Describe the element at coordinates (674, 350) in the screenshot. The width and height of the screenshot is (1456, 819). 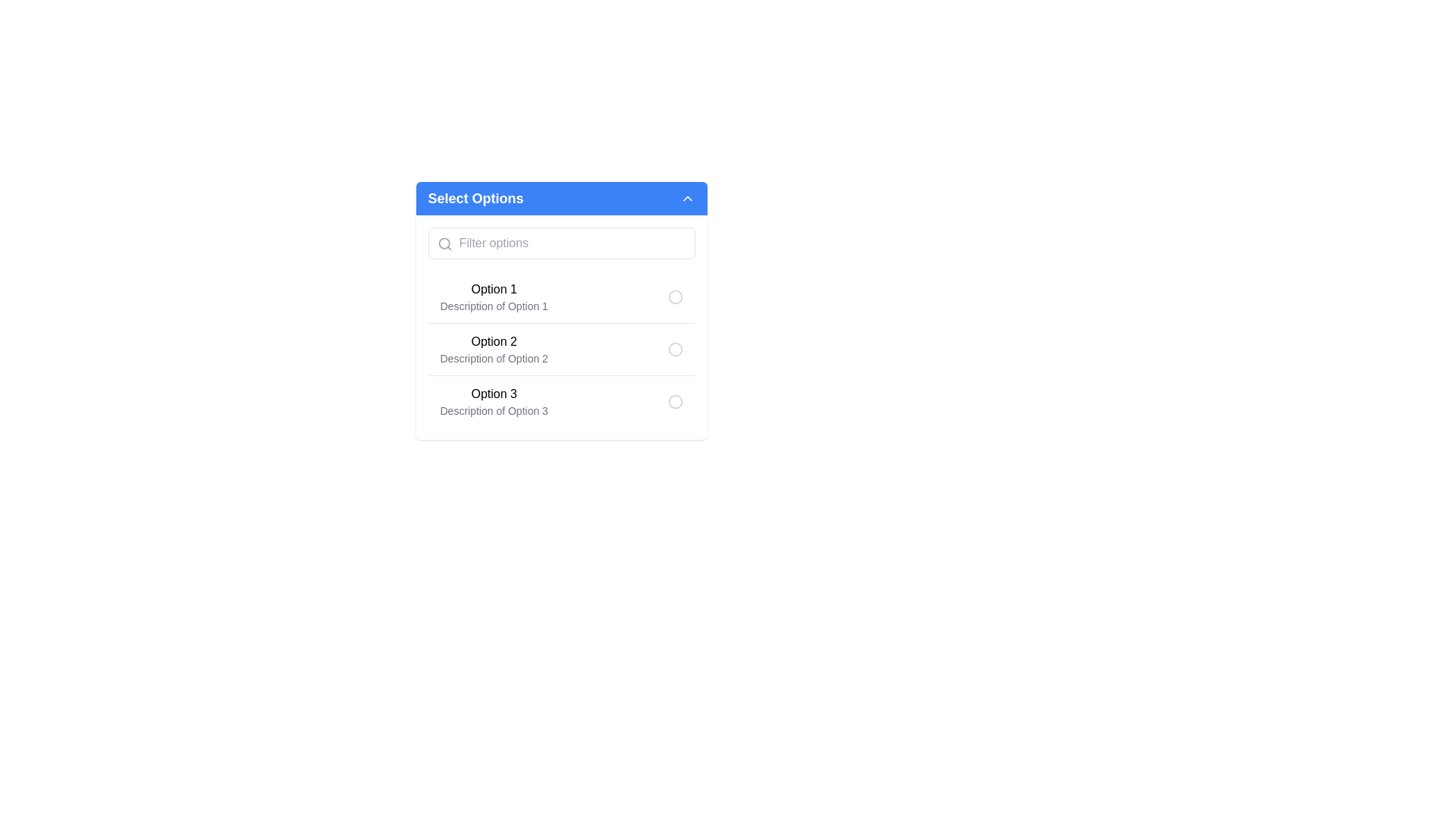
I see `the circular radio button indicator located in the second option of the dropdown menu` at that location.